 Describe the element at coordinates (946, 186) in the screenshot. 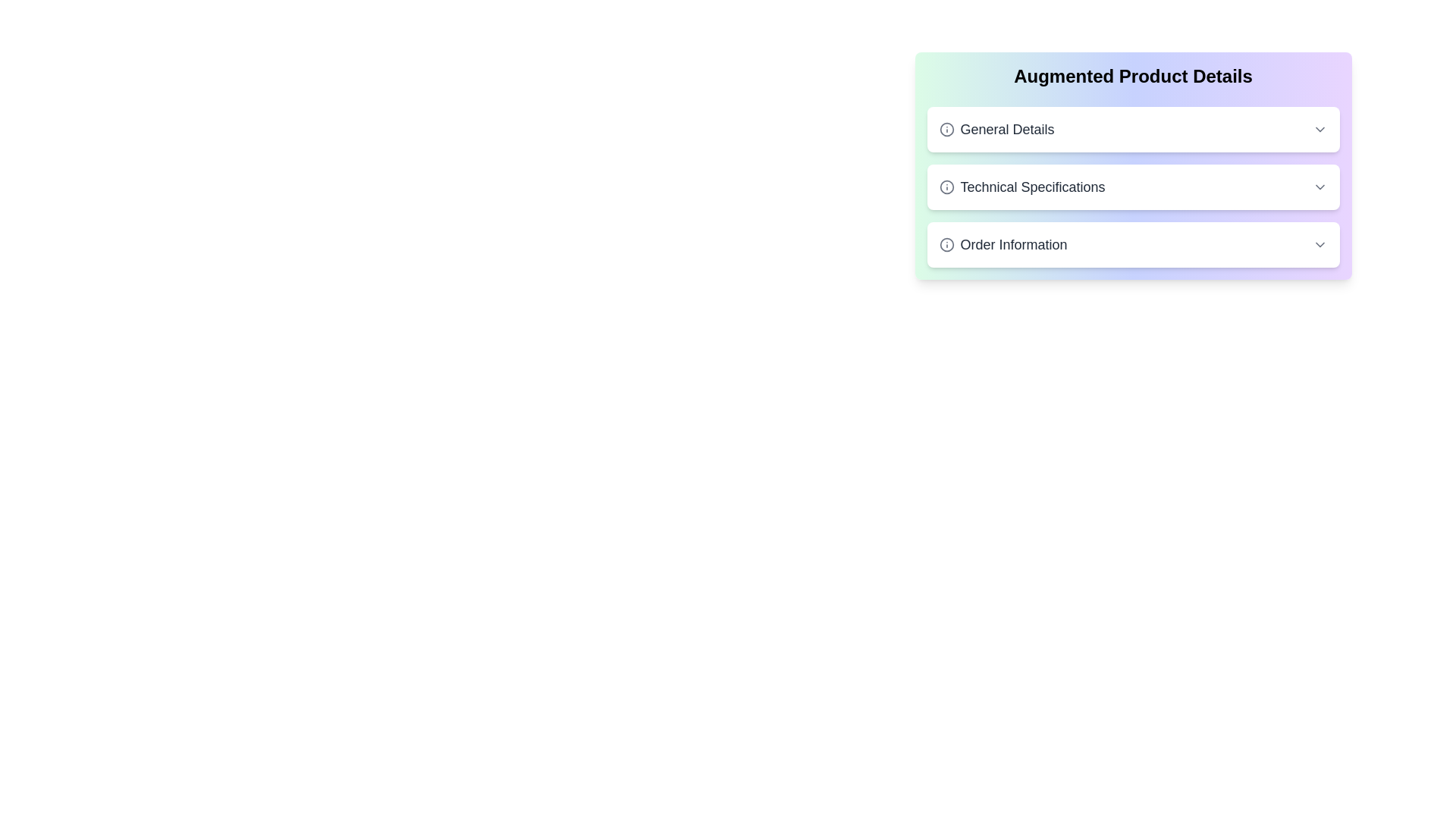

I see `the SVG Circle located in the second row of the accordion menu labeled 'Technical Specifications'` at that location.